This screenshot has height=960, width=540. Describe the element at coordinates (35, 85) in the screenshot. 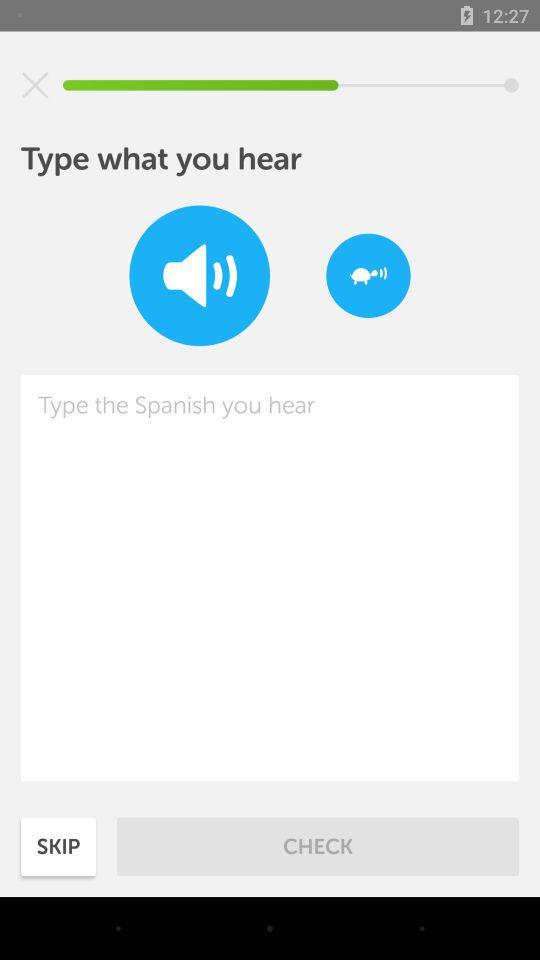

I see `stop/close recording` at that location.